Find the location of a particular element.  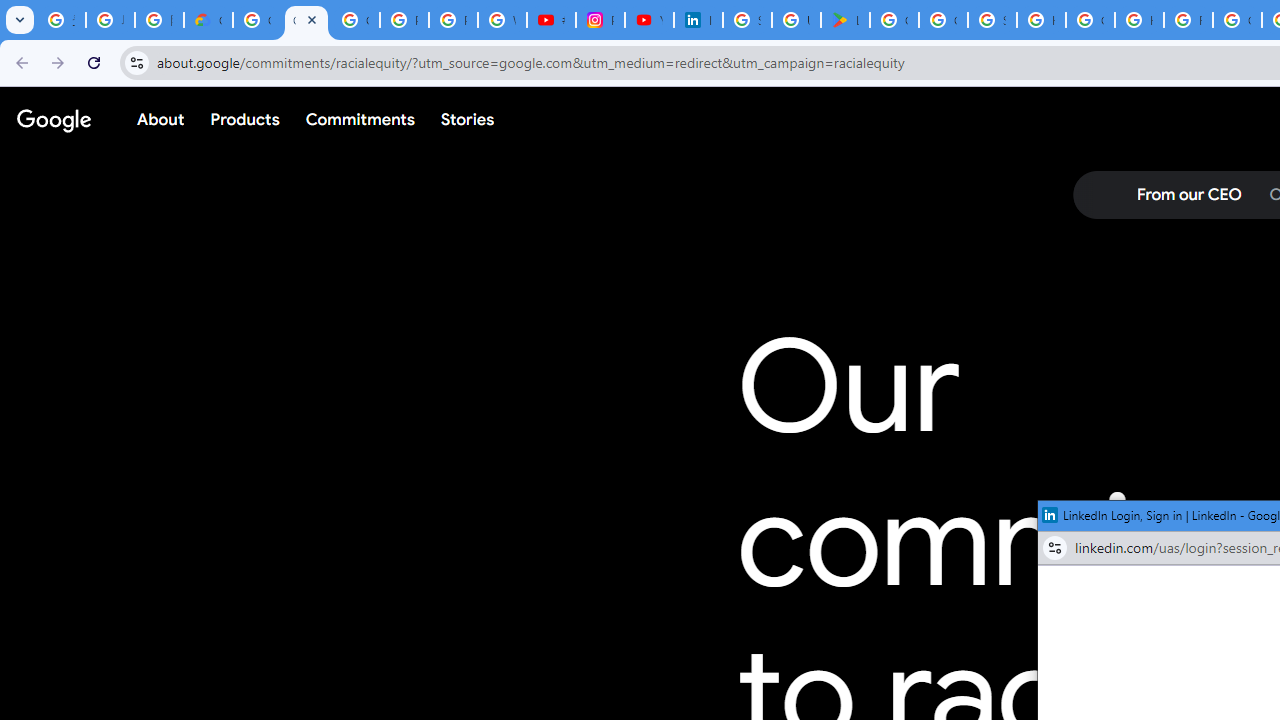

'About' is located at coordinates (161, 119).